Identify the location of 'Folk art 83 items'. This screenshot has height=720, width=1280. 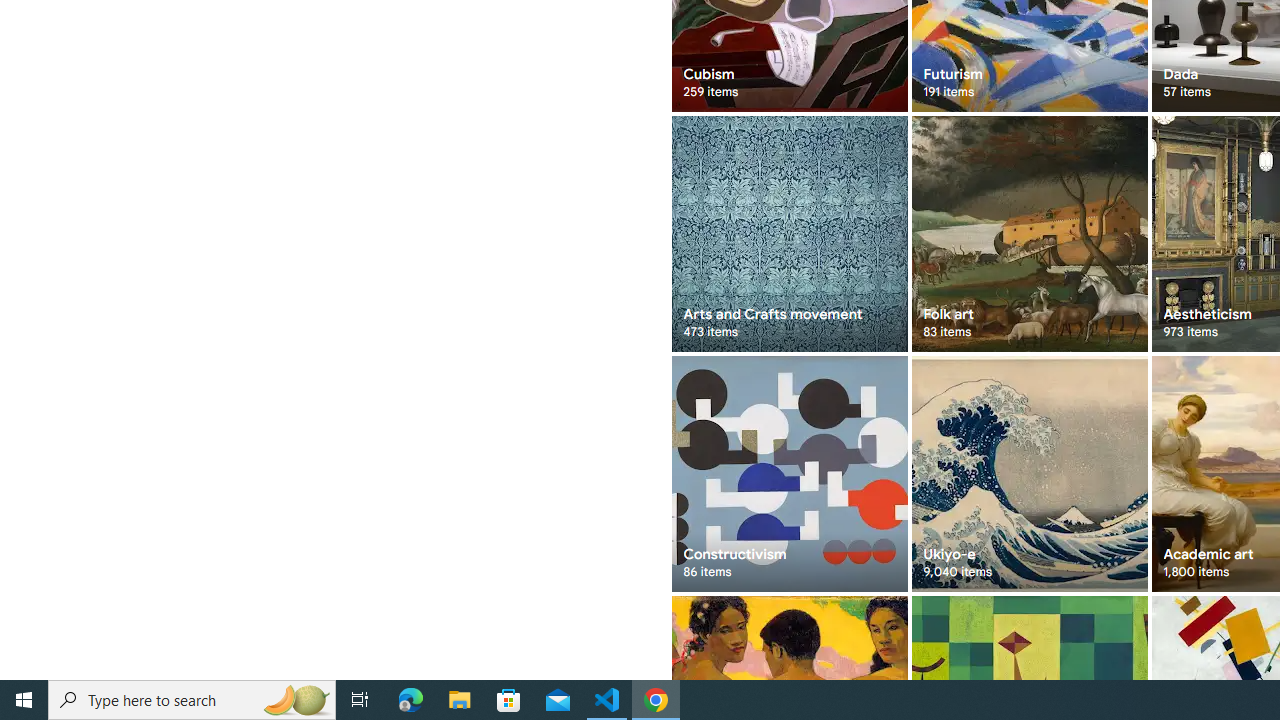
(1029, 233).